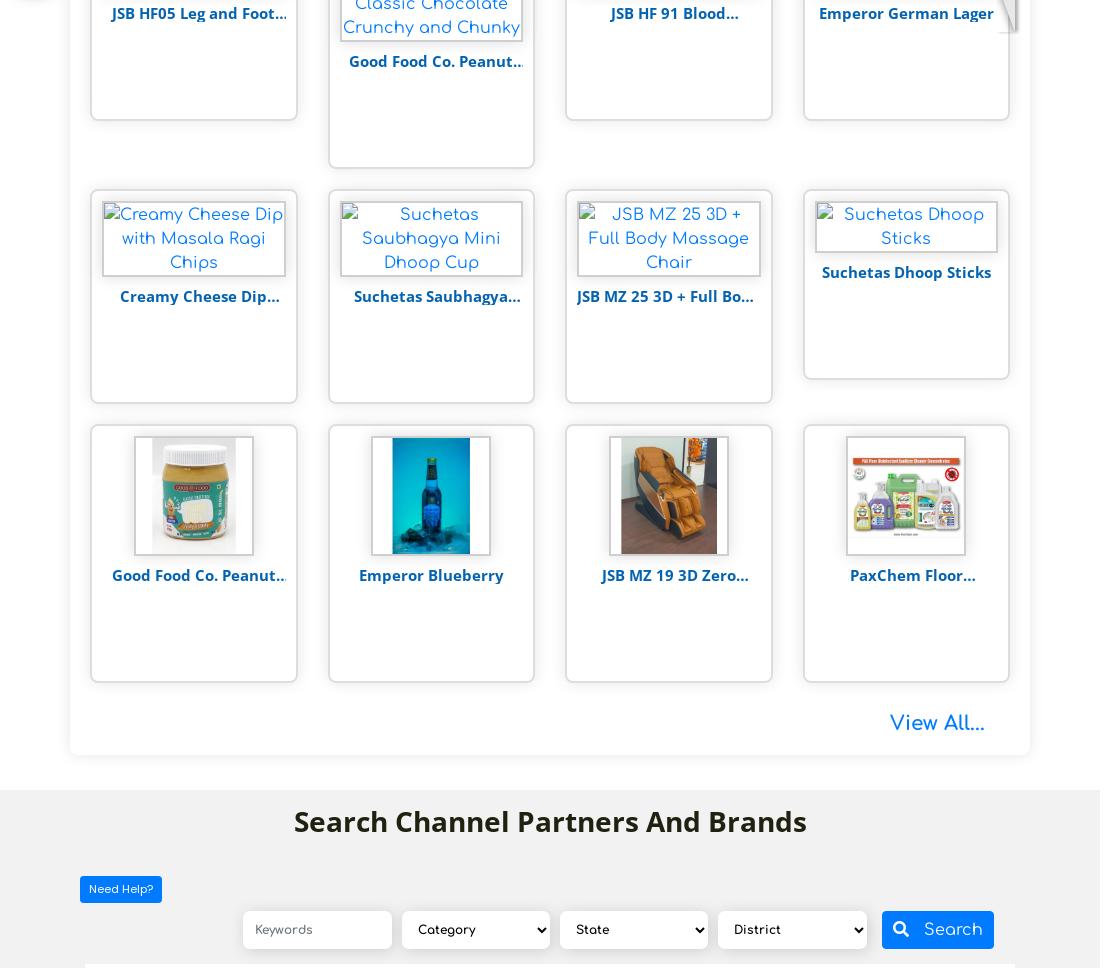  I want to click on 'Rs. 199', so click(451, 368).